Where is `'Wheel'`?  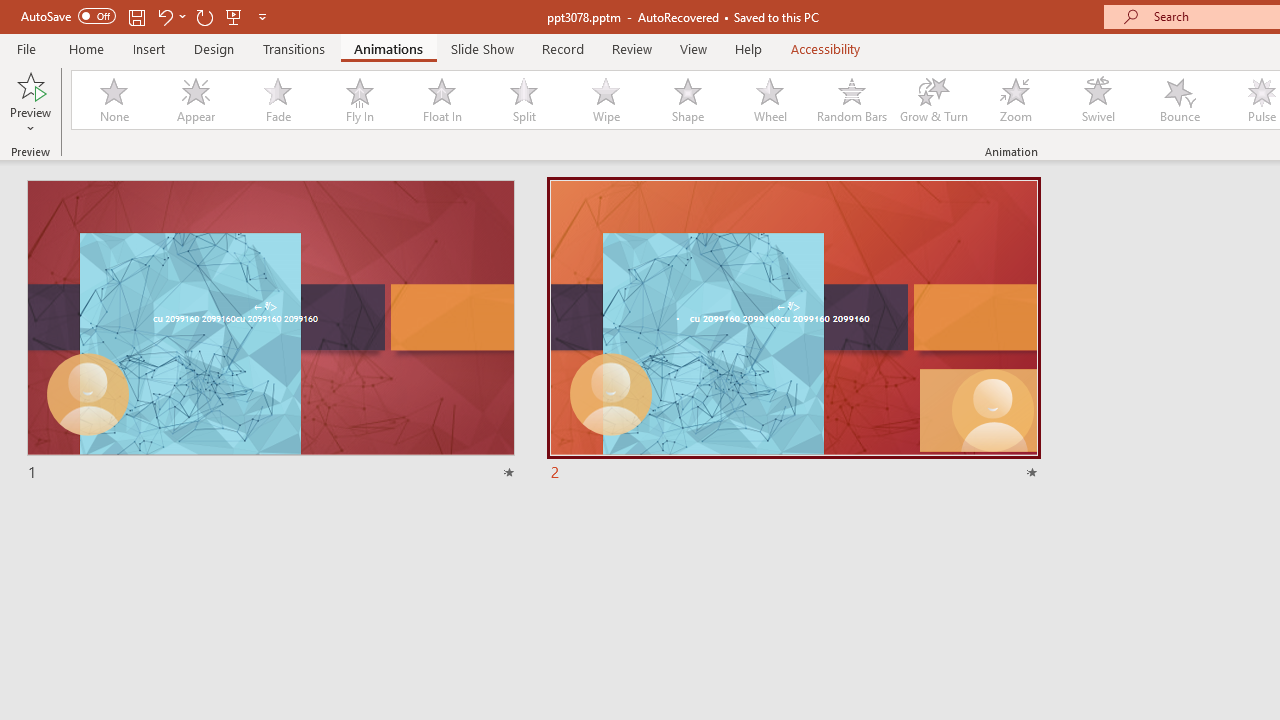
'Wheel' is located at coordinates (769, 100).